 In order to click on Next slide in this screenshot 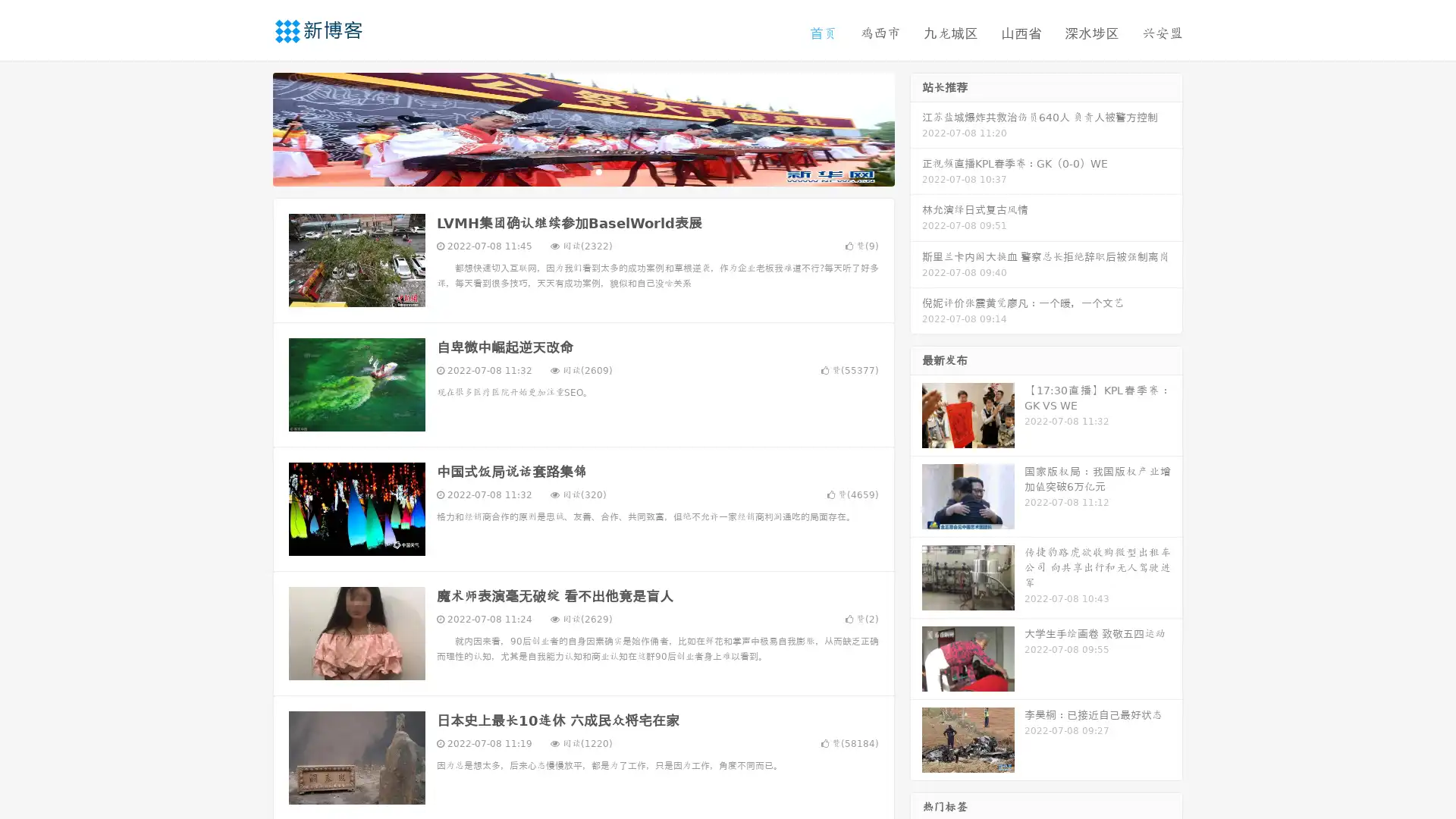, I will do `click(916, 127)`.